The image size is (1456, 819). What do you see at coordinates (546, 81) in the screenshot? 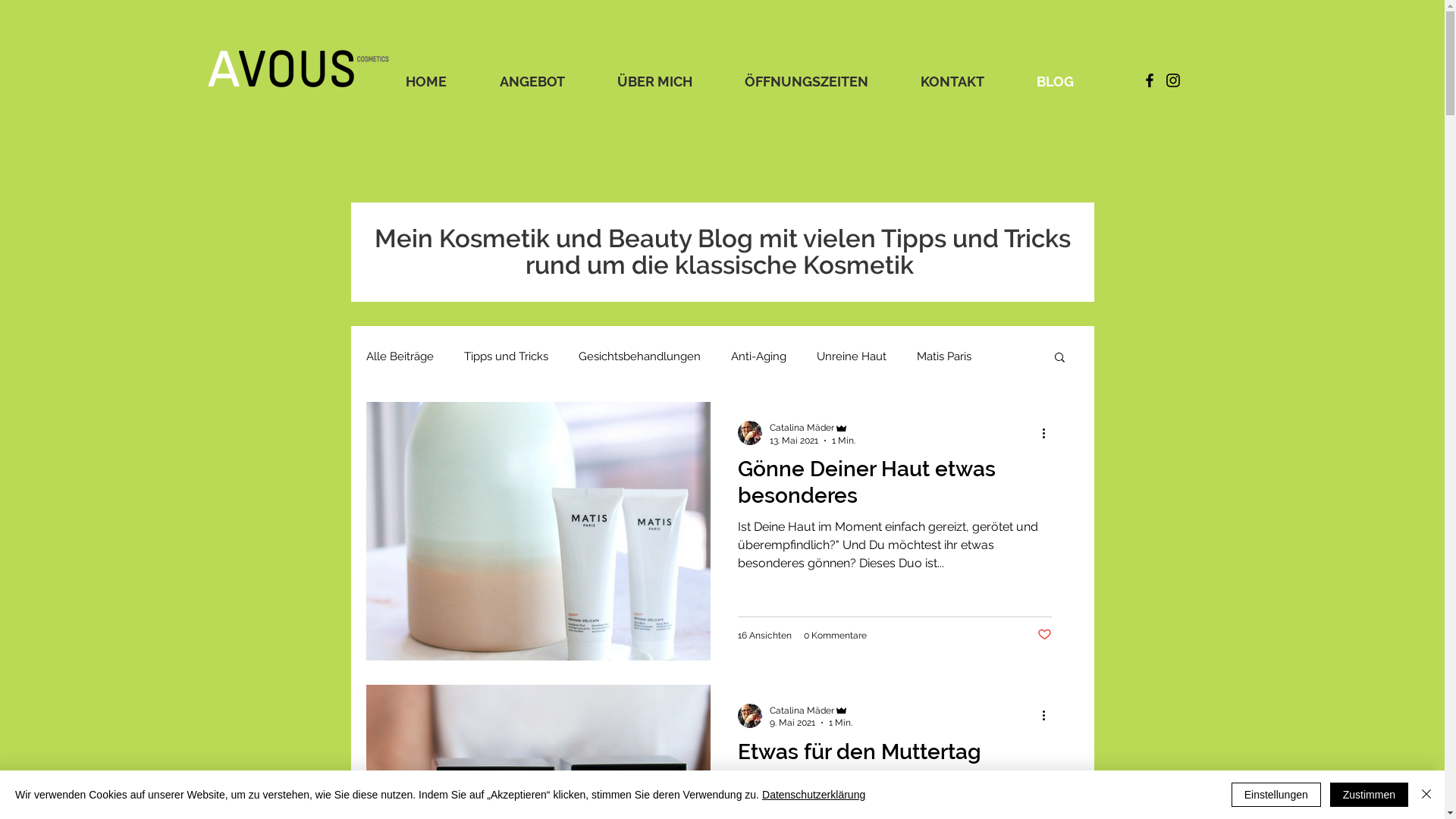
I see `'ANGEBOT'` at bounding box center [546, 81].